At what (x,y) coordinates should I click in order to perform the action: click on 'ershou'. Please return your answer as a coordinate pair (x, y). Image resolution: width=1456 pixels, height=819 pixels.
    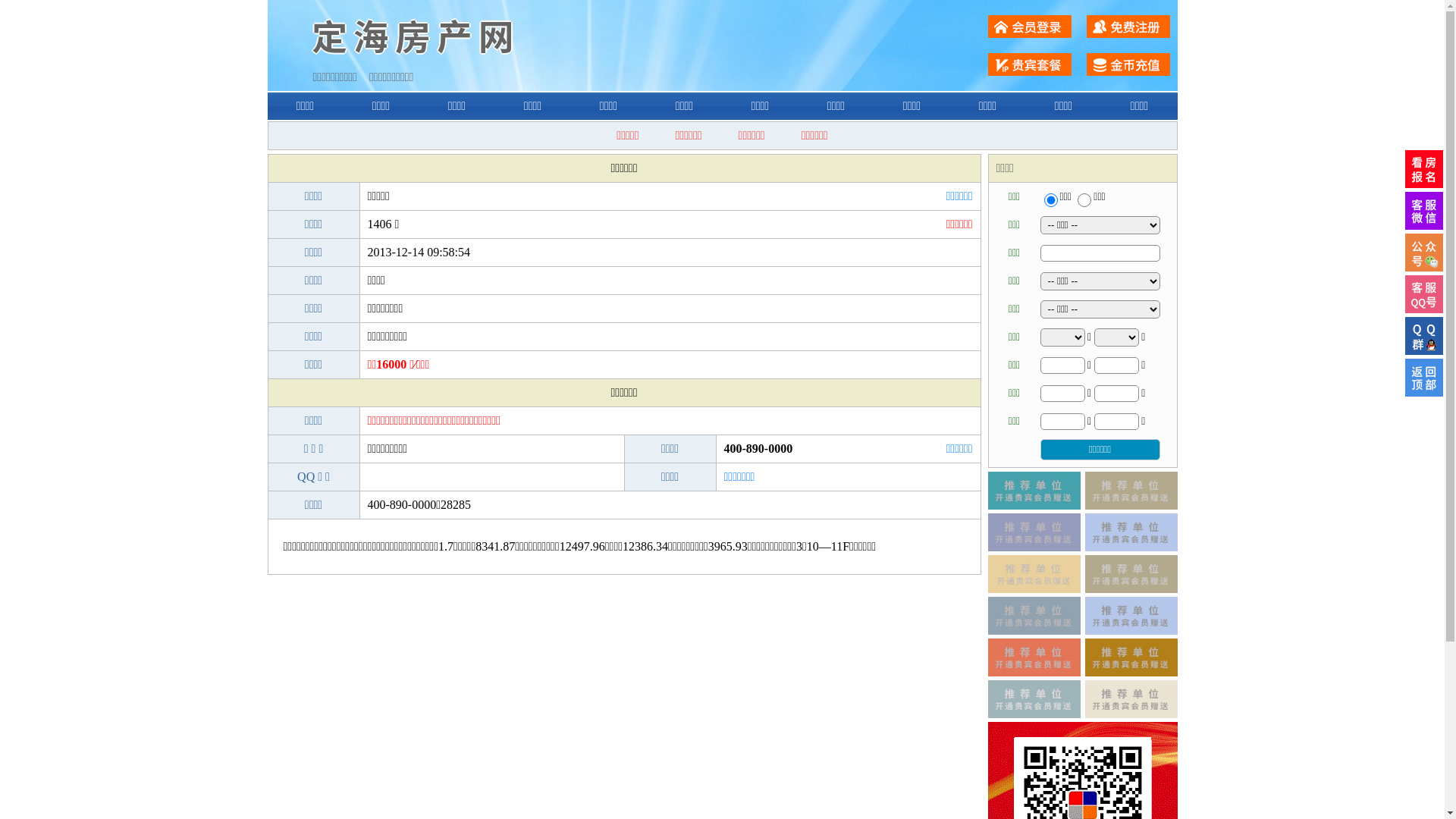
    Looking at the image, I should click on (1050, 199).